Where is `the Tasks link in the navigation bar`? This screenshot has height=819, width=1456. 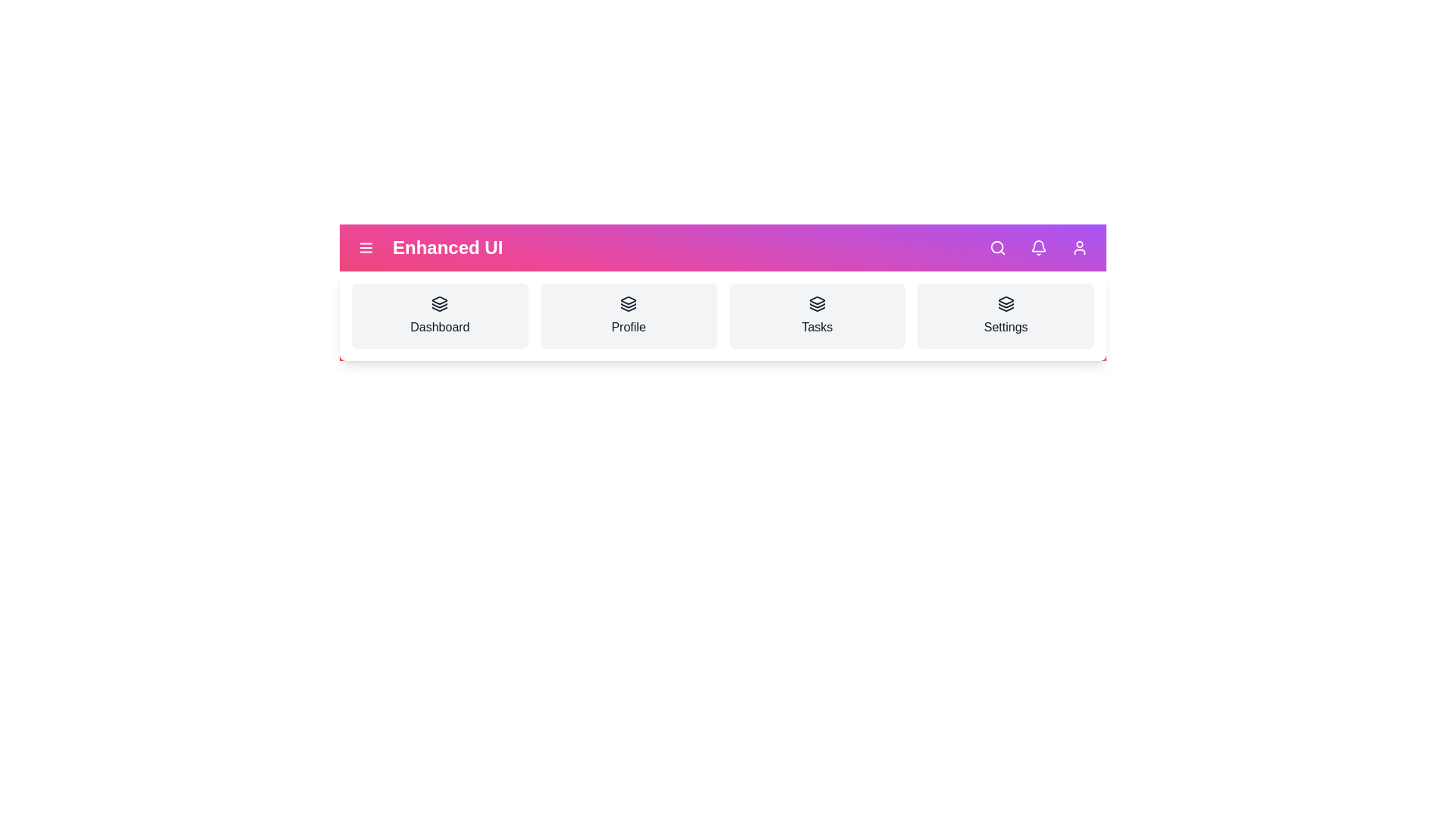 the Tasks link in the navigation bar is located at coordinates (817, 315).